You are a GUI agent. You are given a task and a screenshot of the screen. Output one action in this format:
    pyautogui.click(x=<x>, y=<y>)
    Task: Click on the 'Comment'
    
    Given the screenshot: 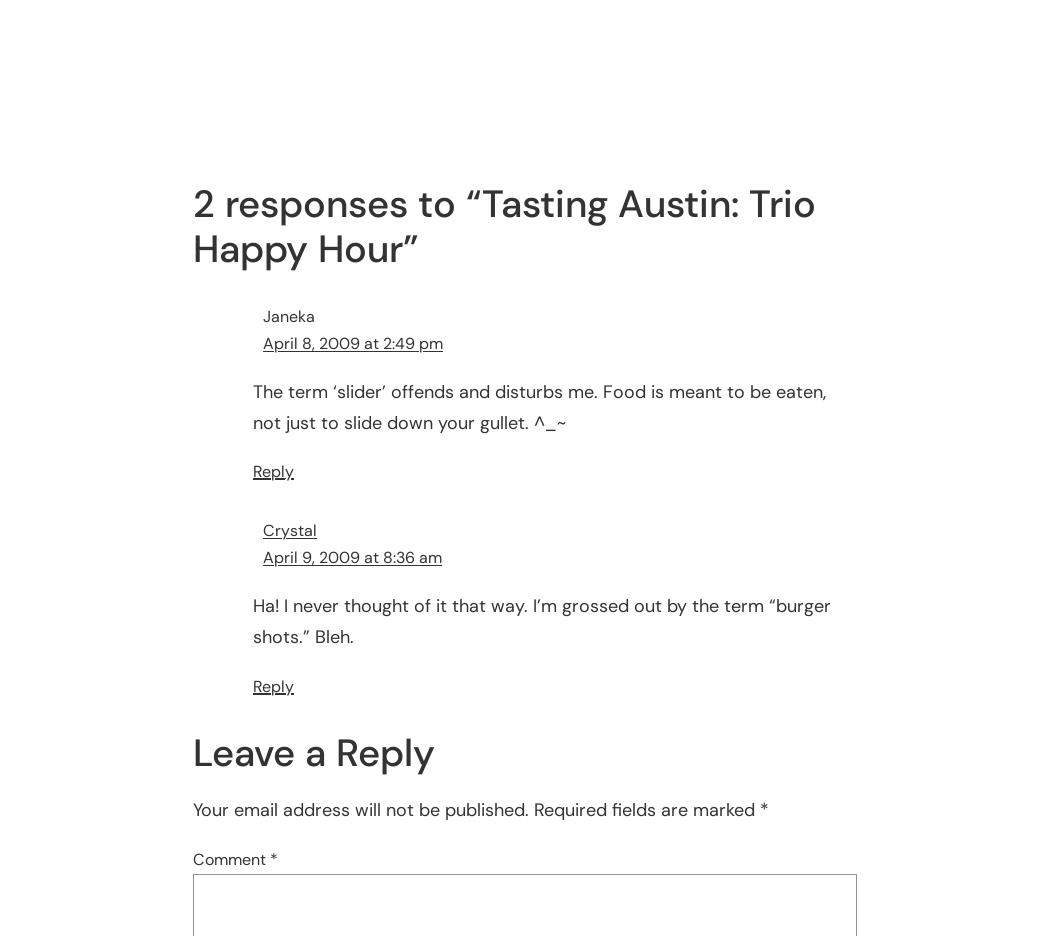 What is the action you would take?
    pyautogui.click(x=231, y=858)
    